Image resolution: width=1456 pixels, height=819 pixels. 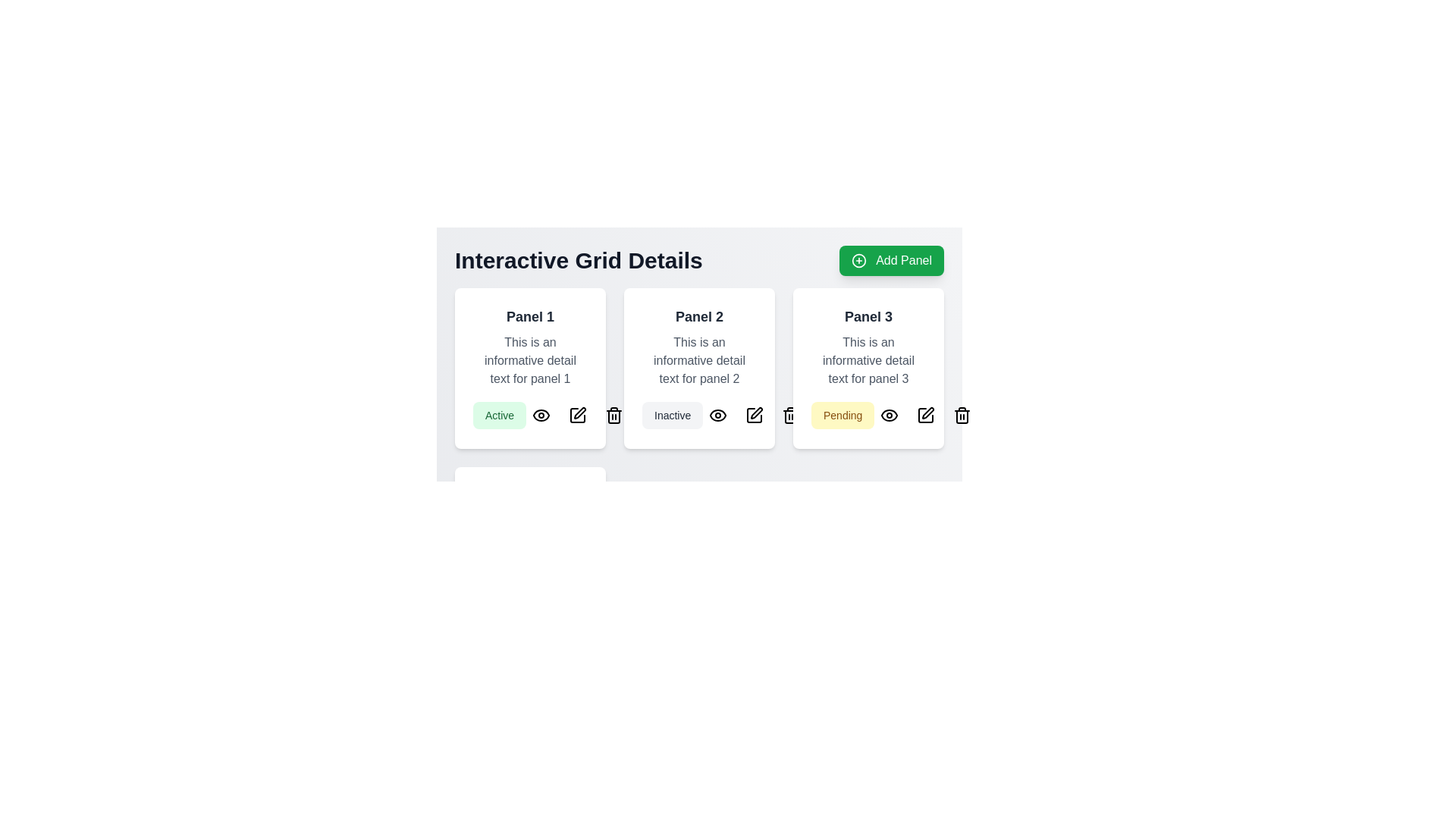 What do you see at coordinates (962, 415) in the screenshot?
I see `the trash can icon button located at the far-right of the third panel for potential visual feedback` at bounding box center [962, 415].